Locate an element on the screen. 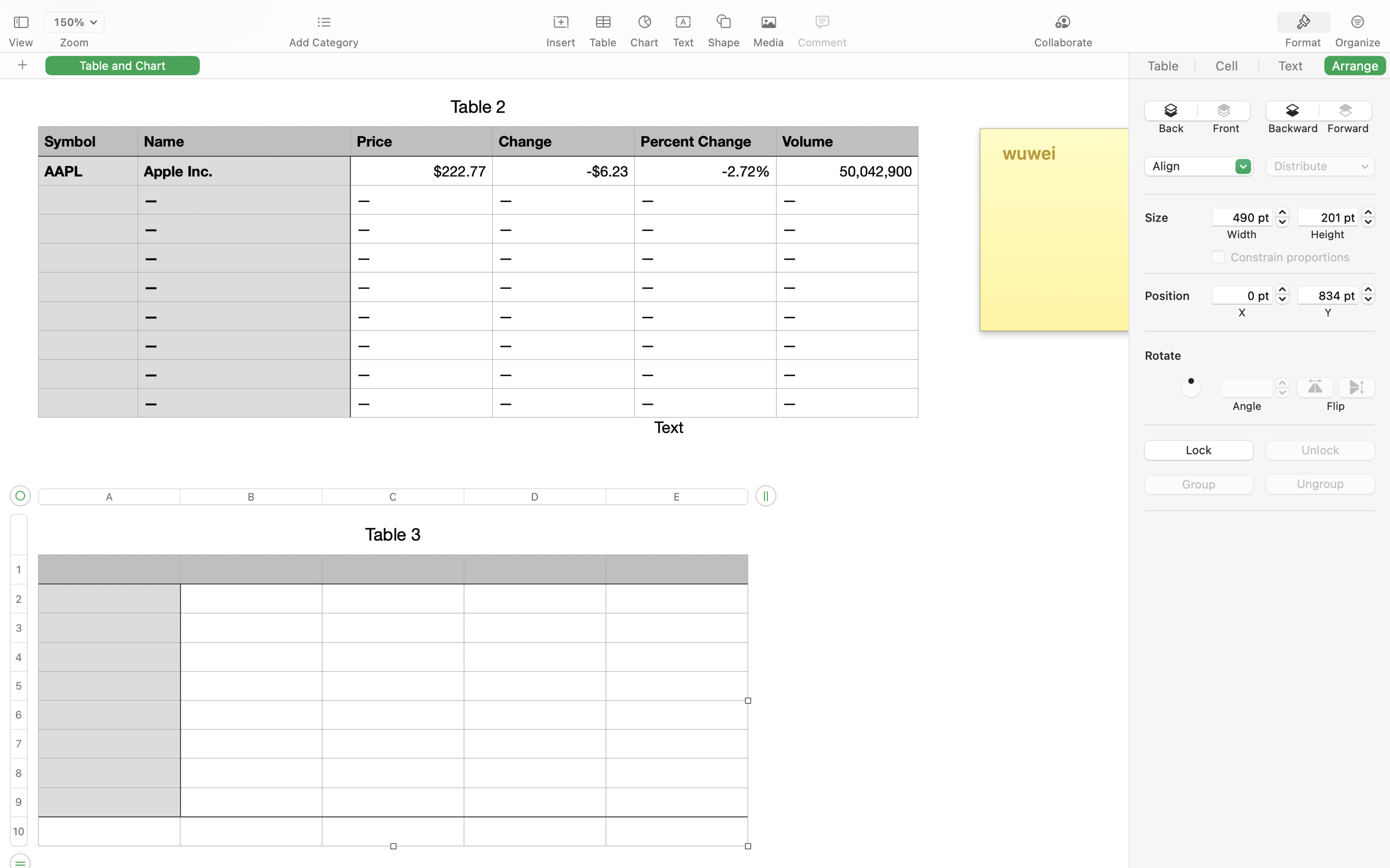 This screenshot has width=1390, height=868. '834 pt' is located at coordinates (1328, 294).